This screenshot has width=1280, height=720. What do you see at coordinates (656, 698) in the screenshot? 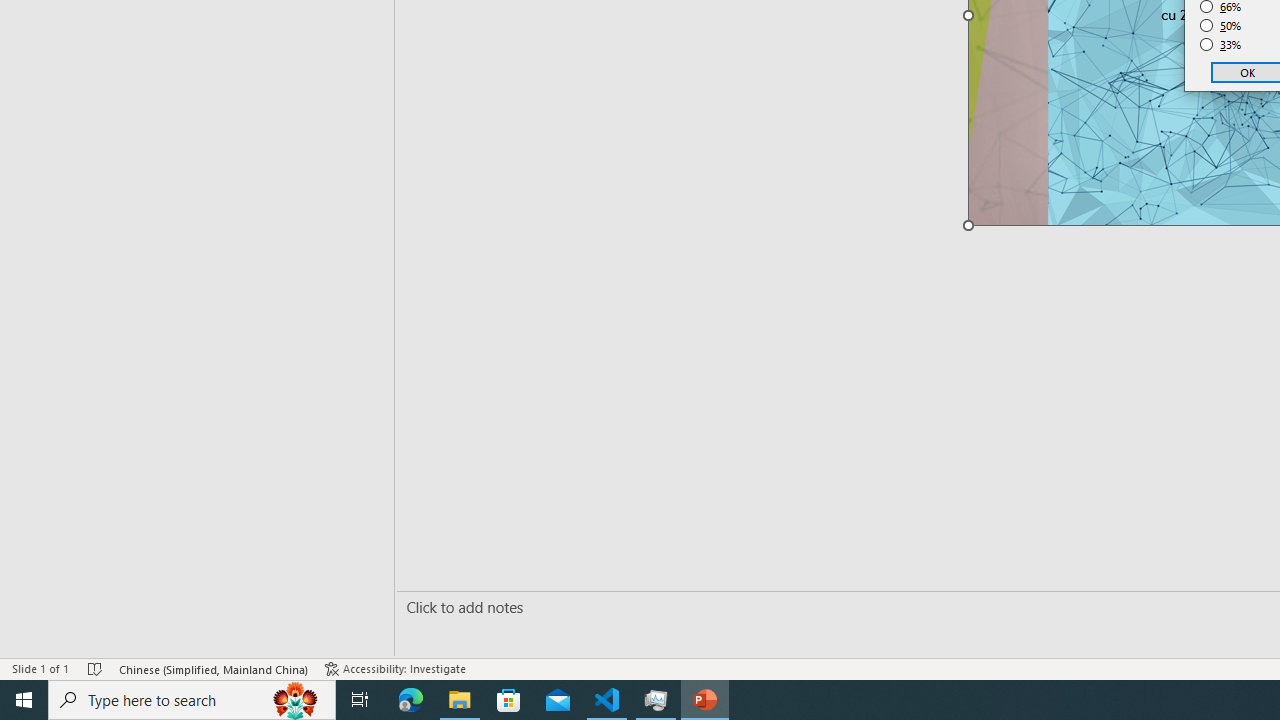
I see `'Task Manager - 1 running window'` at bounding box center [656, 698].